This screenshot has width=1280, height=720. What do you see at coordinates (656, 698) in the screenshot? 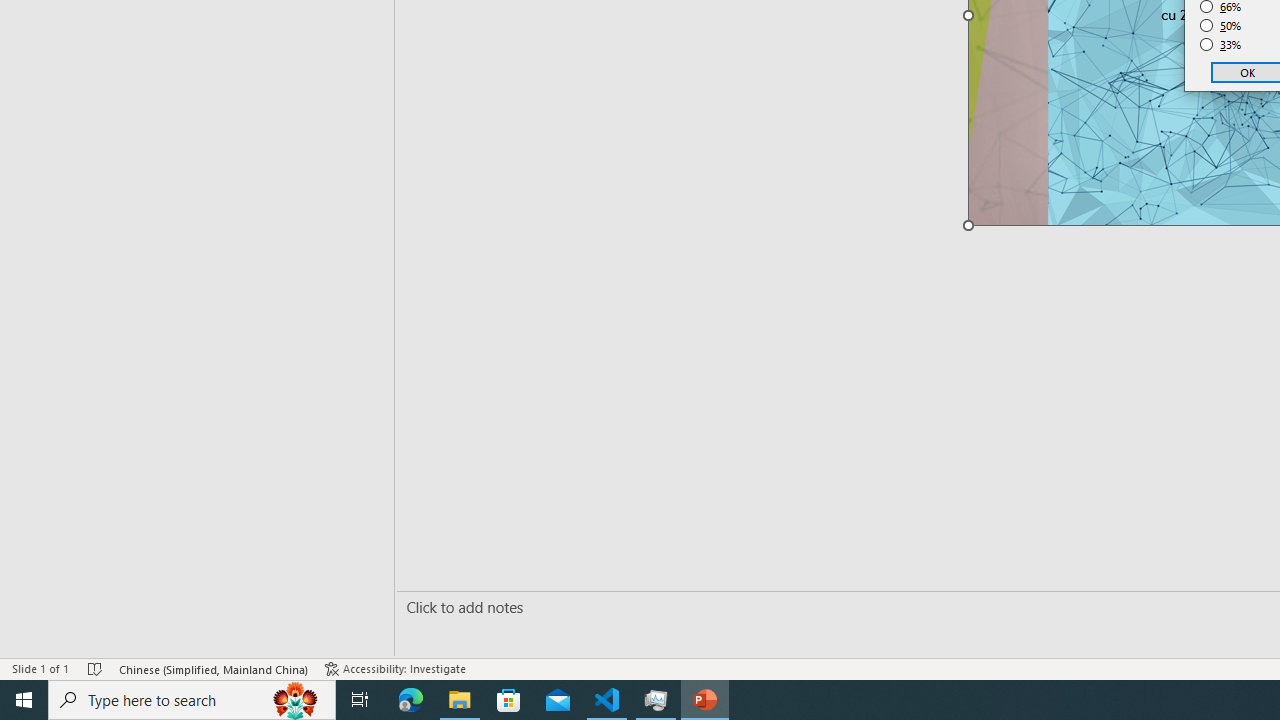
I see `'Task Manager - 1 running window'` at bounding box center [656, 698].